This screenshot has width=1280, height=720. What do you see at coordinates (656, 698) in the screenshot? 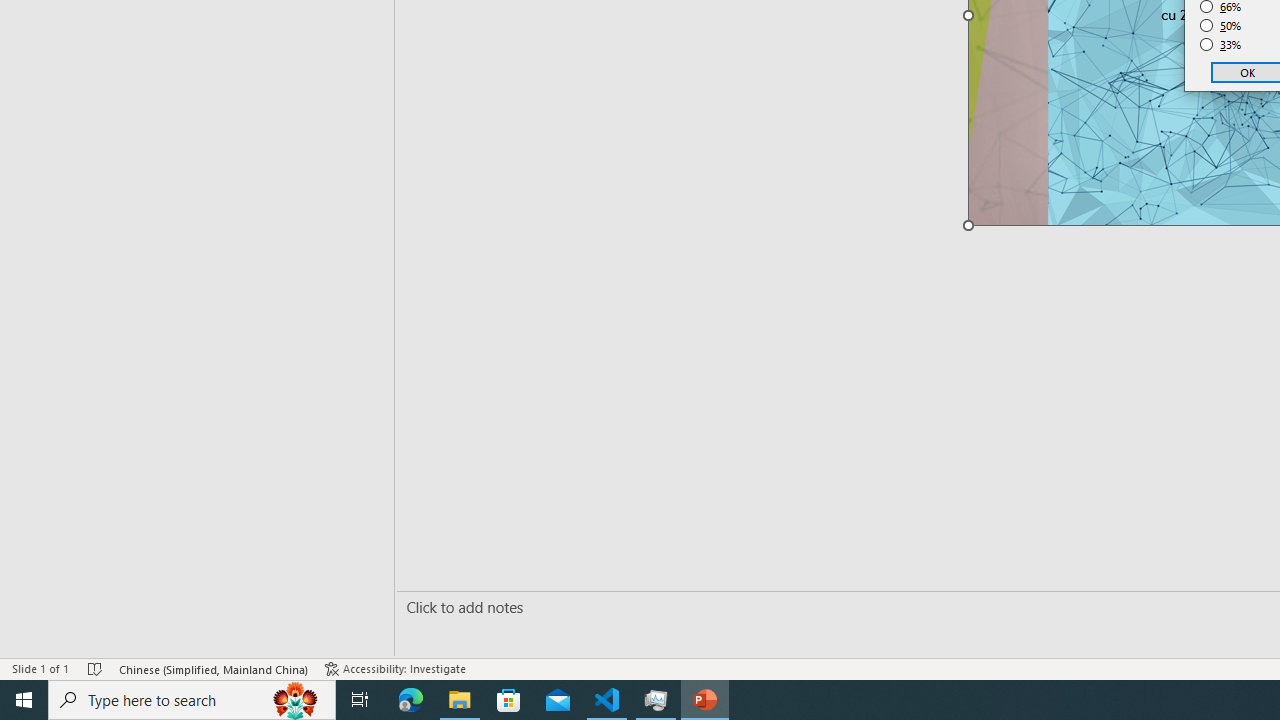
I see `'Task Manager - 1 running window'` at bounding box center [656, 698].